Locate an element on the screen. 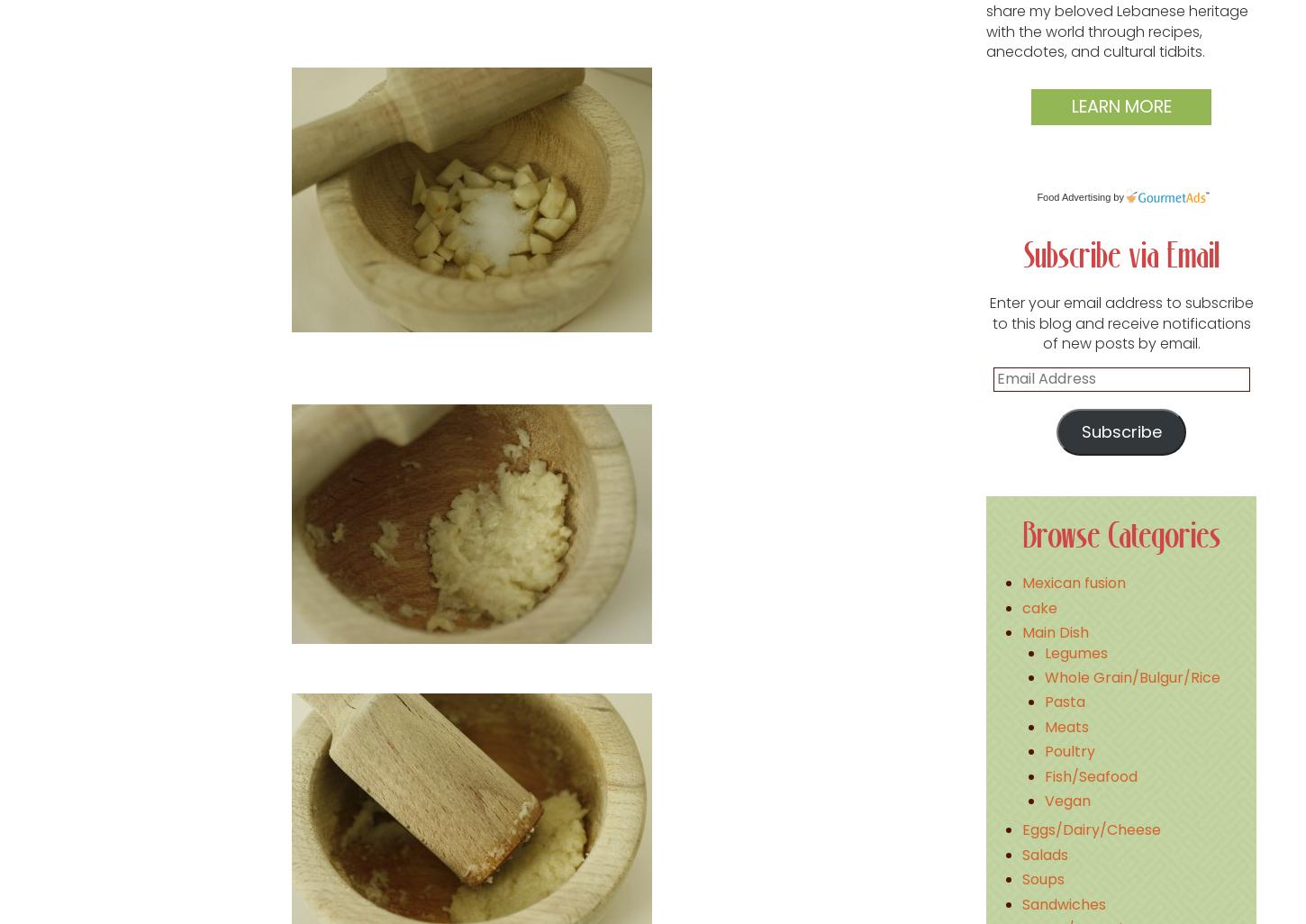 The image size is (1306, 924). 'Vegan' is located at coordinates (1066, 799).